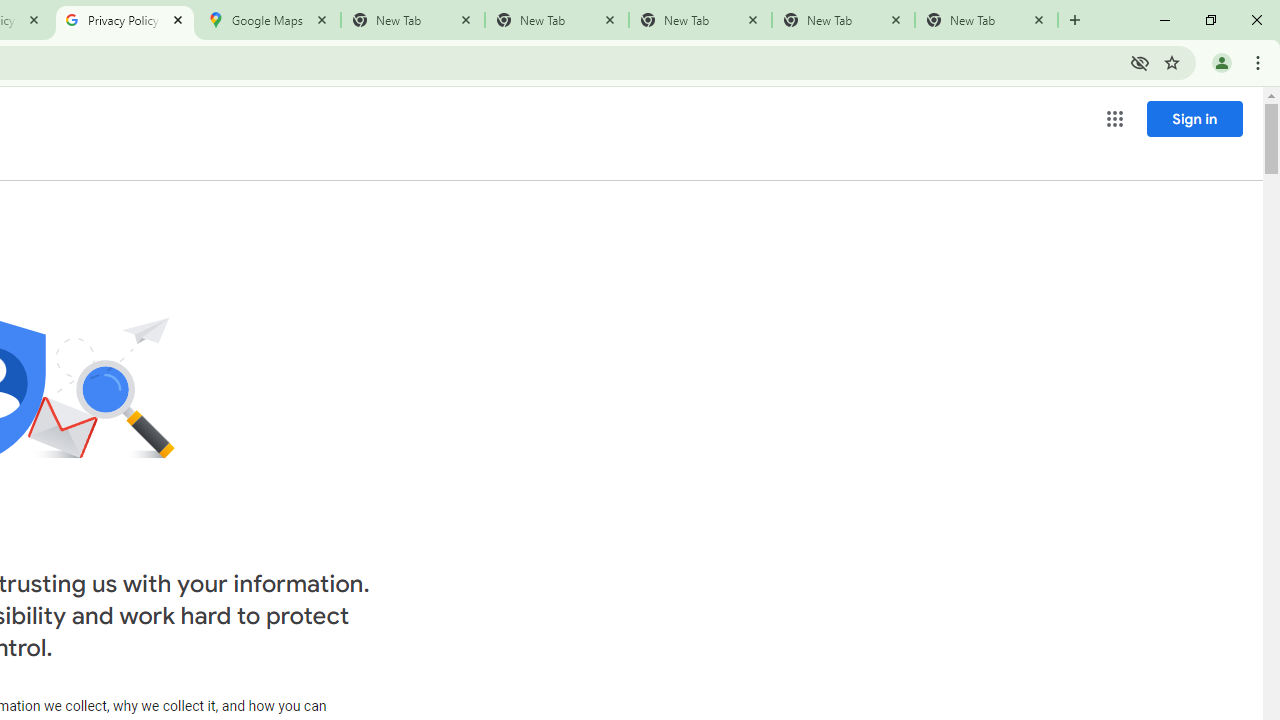 This screenshot has width=1280, height=720. Describe the element at coordinates (267, 20) in the screenshot. I see `'Google Maps'` at that location.